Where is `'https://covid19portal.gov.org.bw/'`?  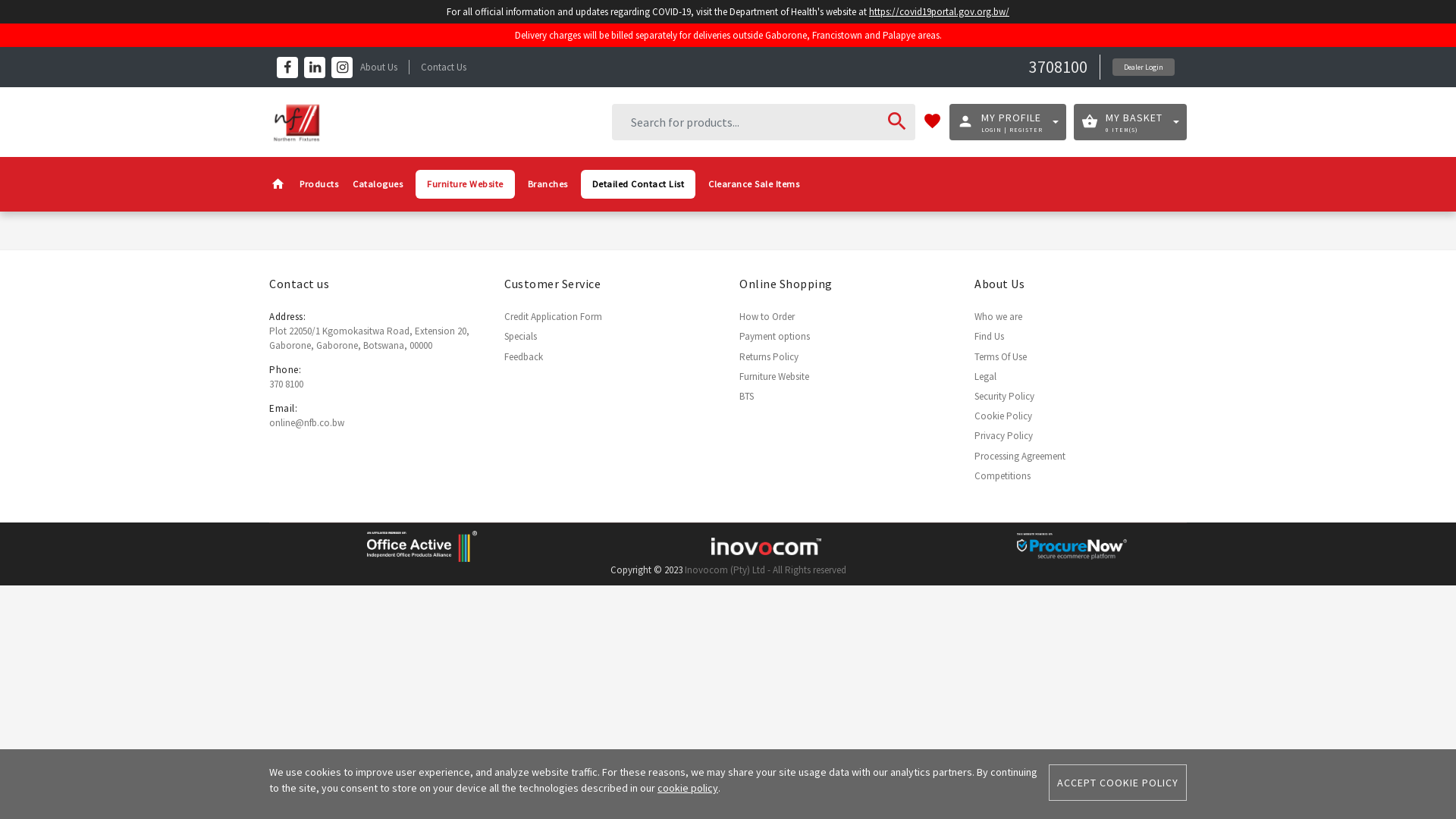
'https://covid19portal.gov.org.bw/' is located at coordinates (952, 11).